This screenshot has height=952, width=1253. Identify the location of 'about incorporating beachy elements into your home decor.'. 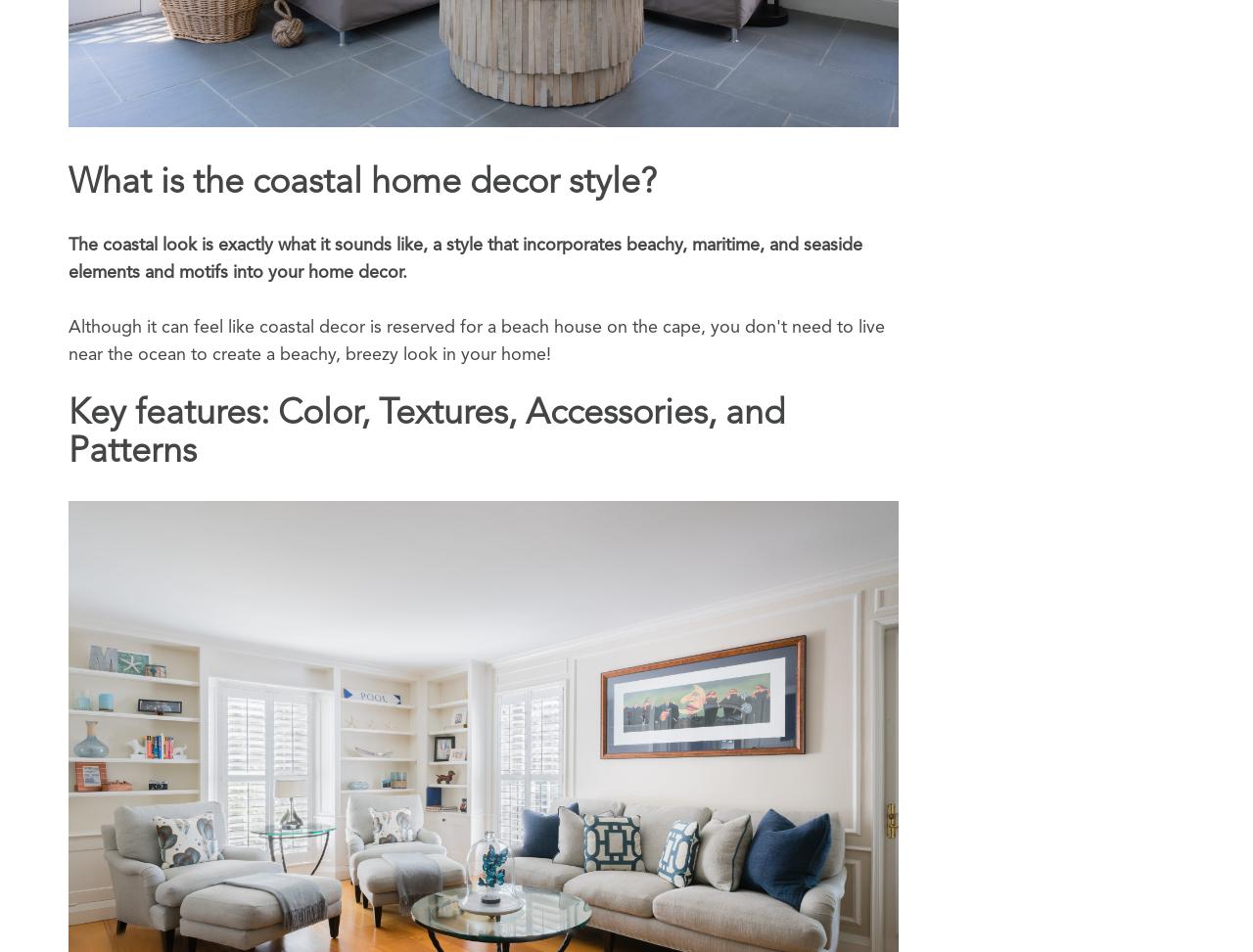
(466, 64).